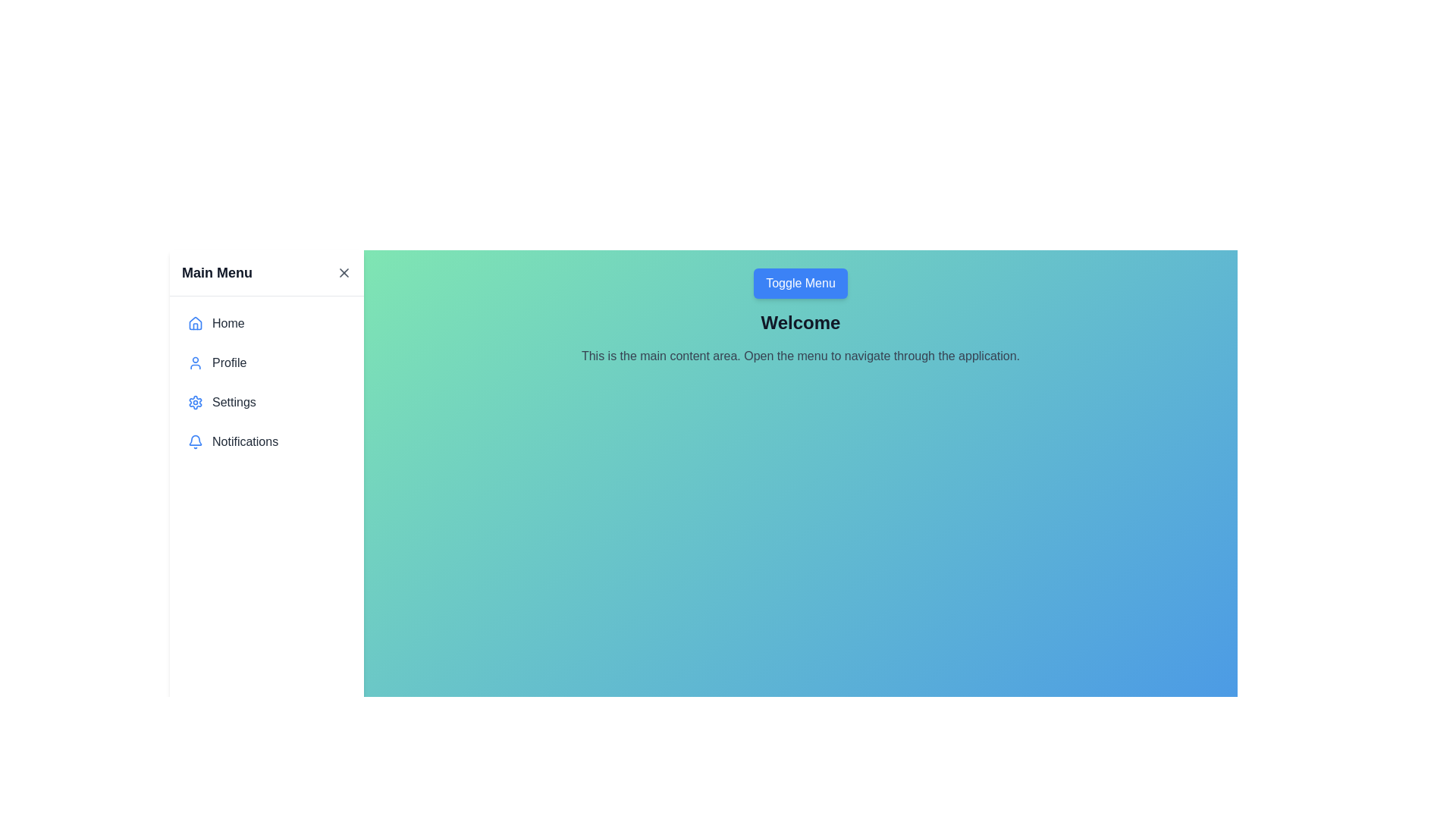 The image size is (1456, 819). Describe the element at coordinates (266, 362) in the screenshot. I see `the 'Profile' navigation menu item located in the left-hand side menu, which is the second item below 'Home' and above 'Settings'` at that location.